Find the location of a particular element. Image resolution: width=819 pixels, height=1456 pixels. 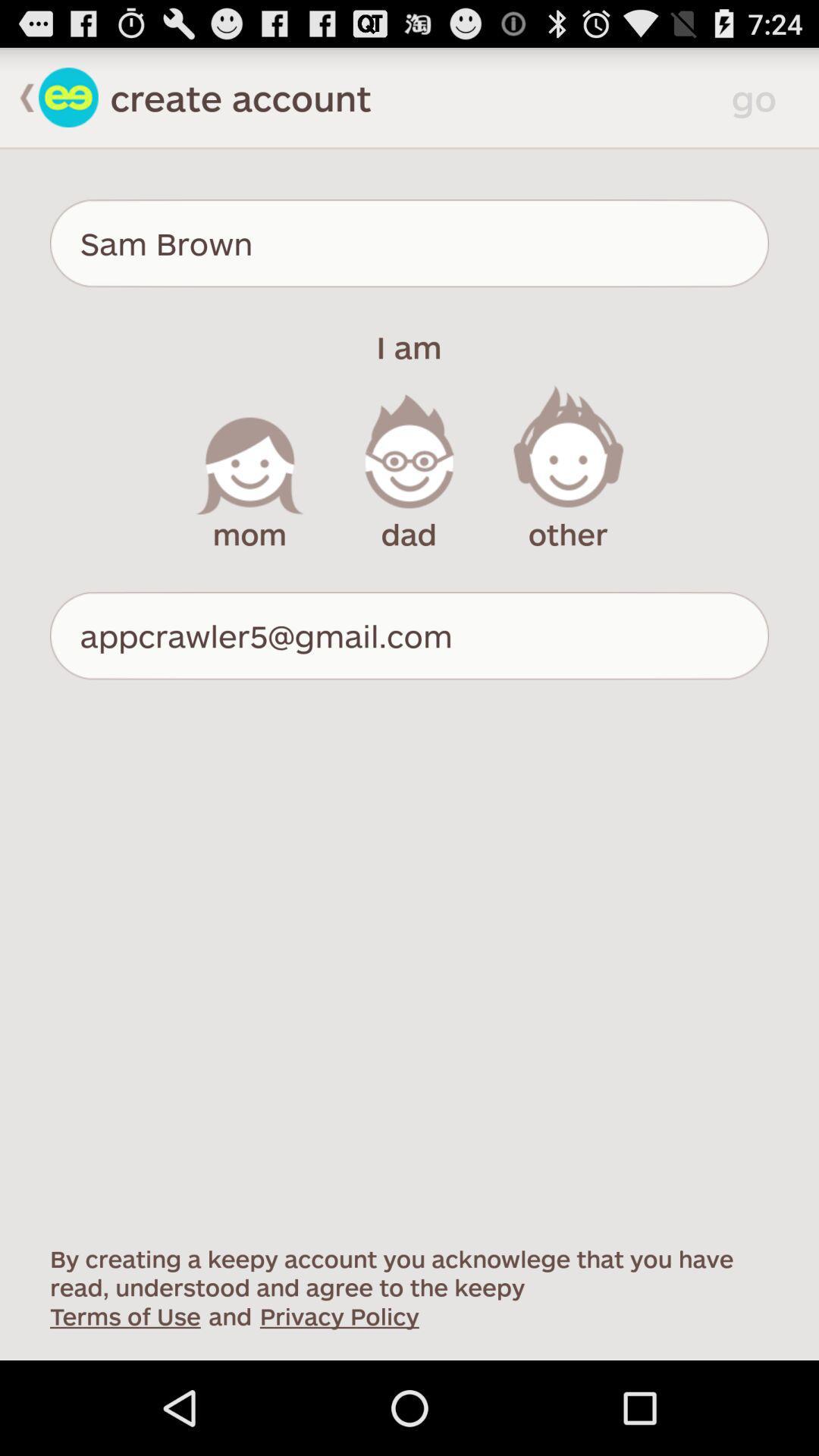

the first text field is located at coordinates (409, 243).